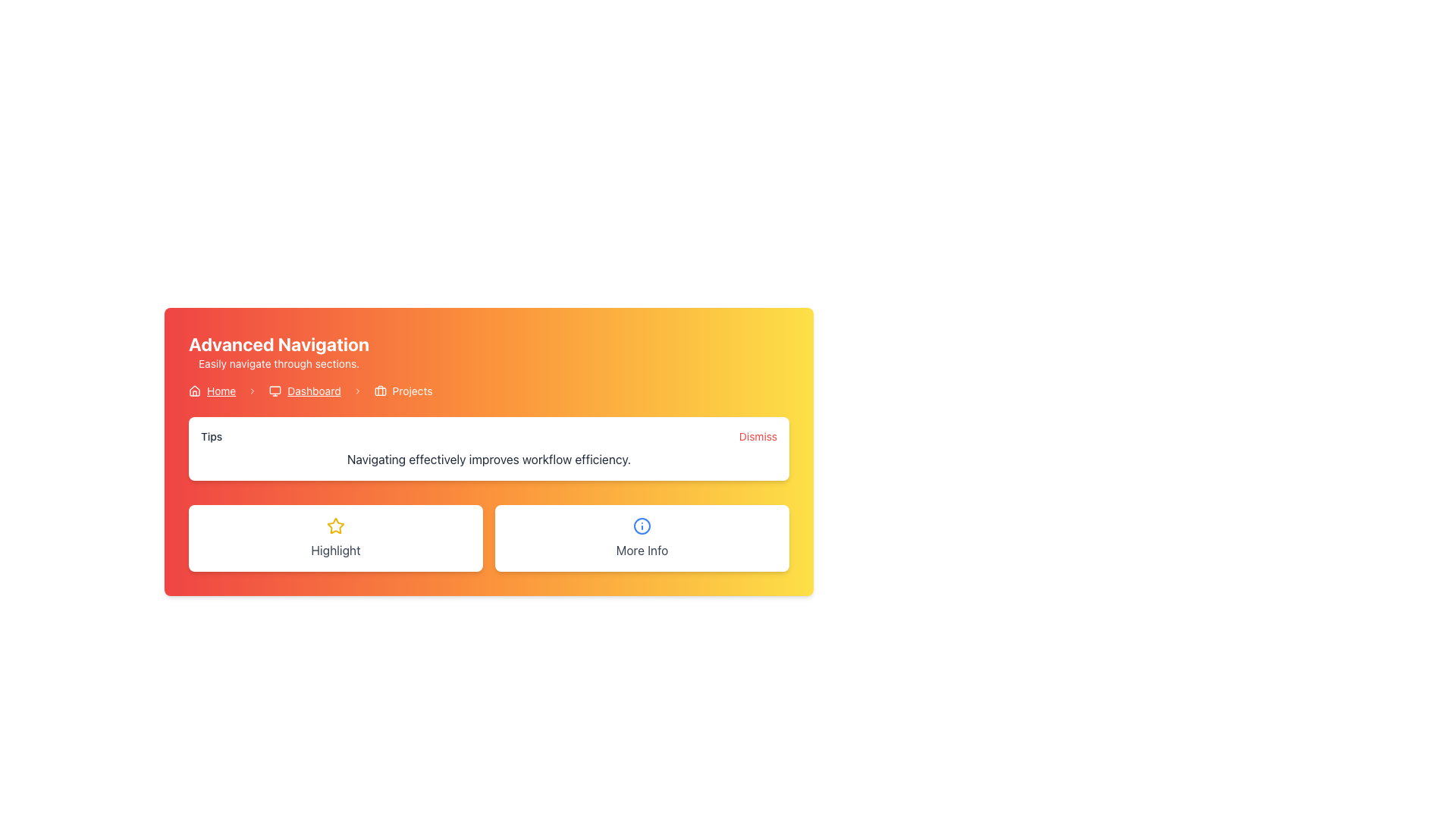  Describe the element at coordinates (304, 391) in the screenshot. I see `the 'Dashboard' link in the breadcrumb navigation` at that location.